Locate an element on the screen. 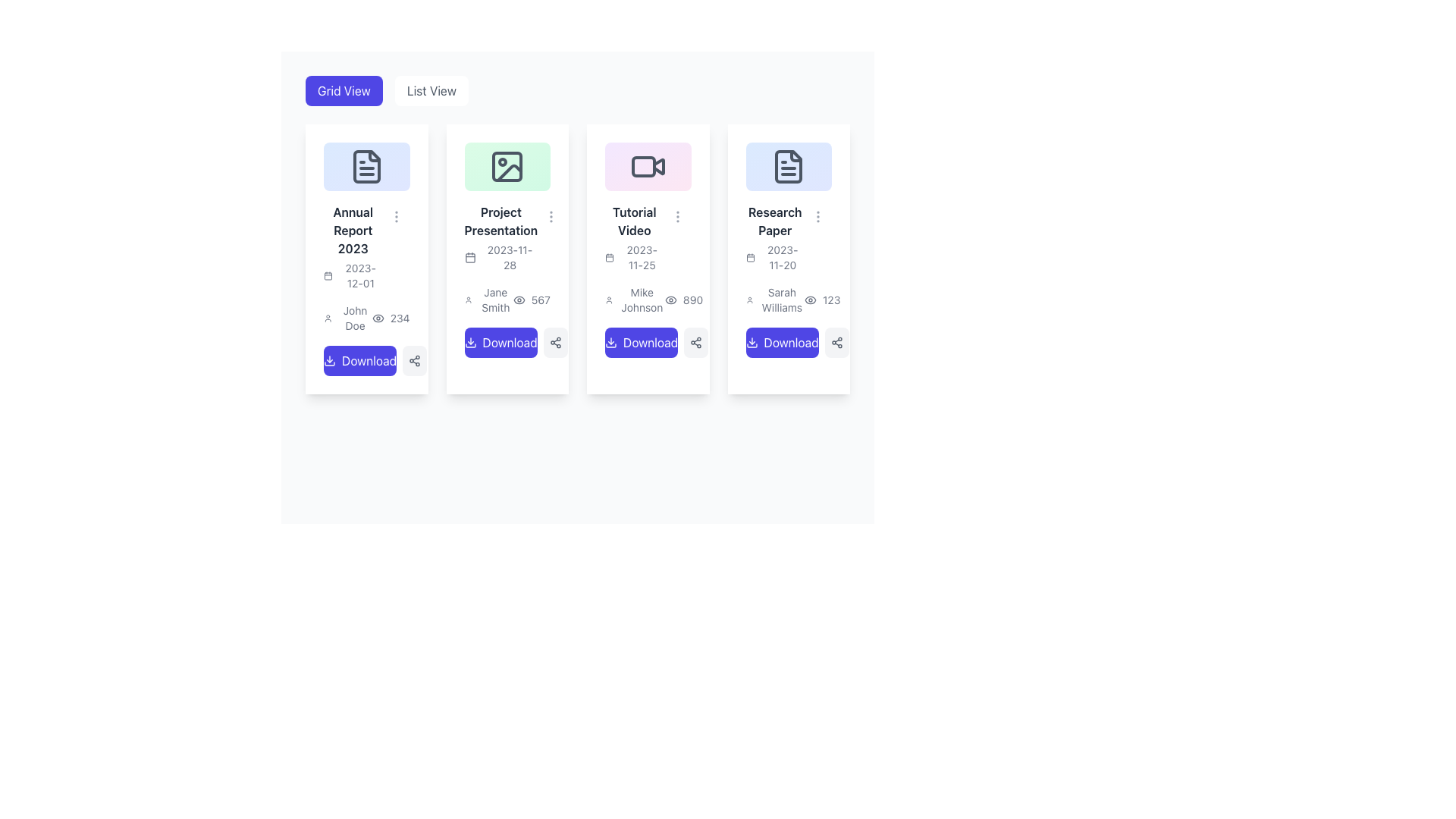  the date information displayed in the composite element consisting of an icon and text, located beneath the title 'Project Presentation' within the second card of a horizontal list is located at coordinates (500, 256).